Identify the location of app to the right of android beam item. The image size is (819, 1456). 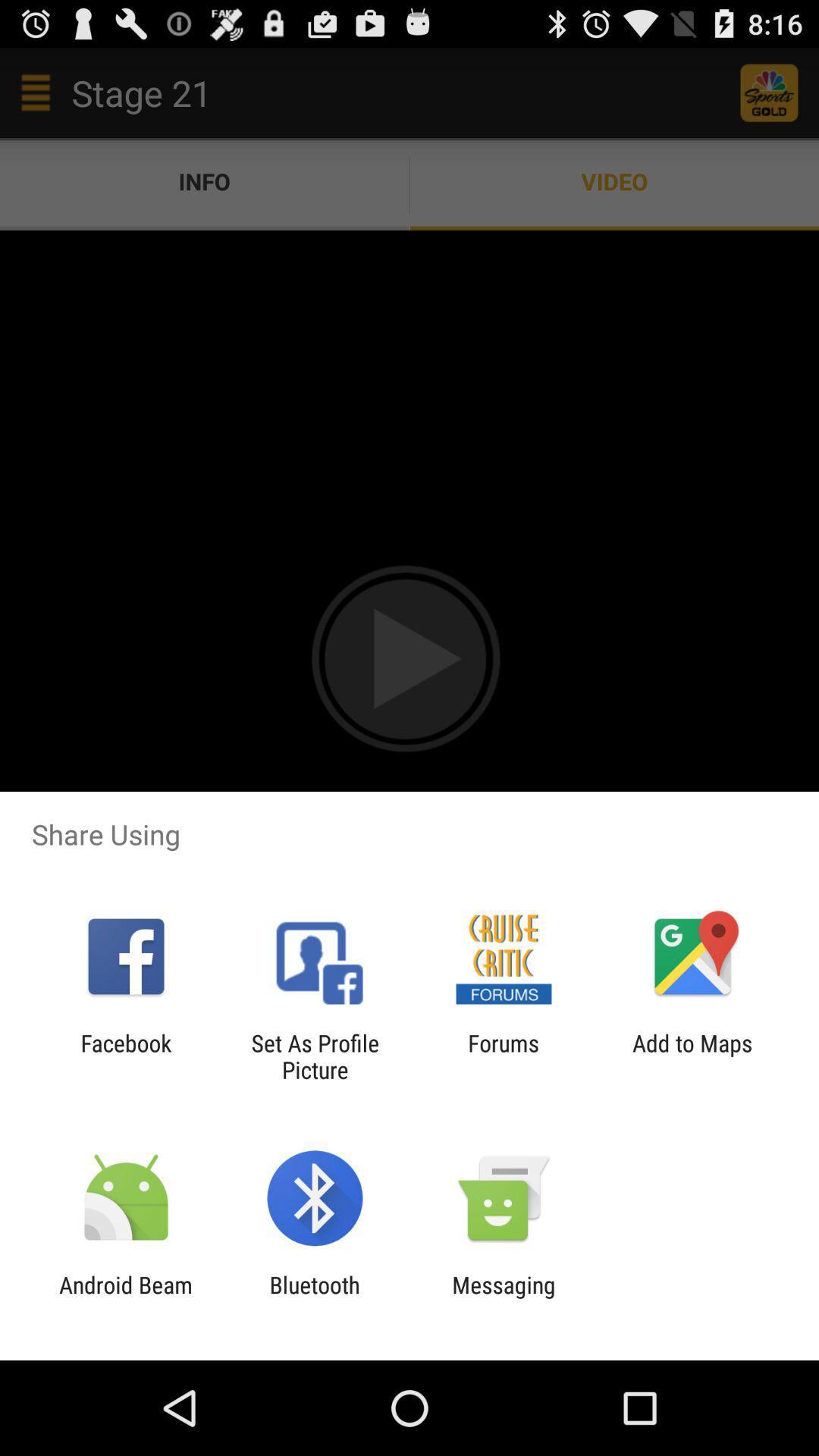
(314, 1298).